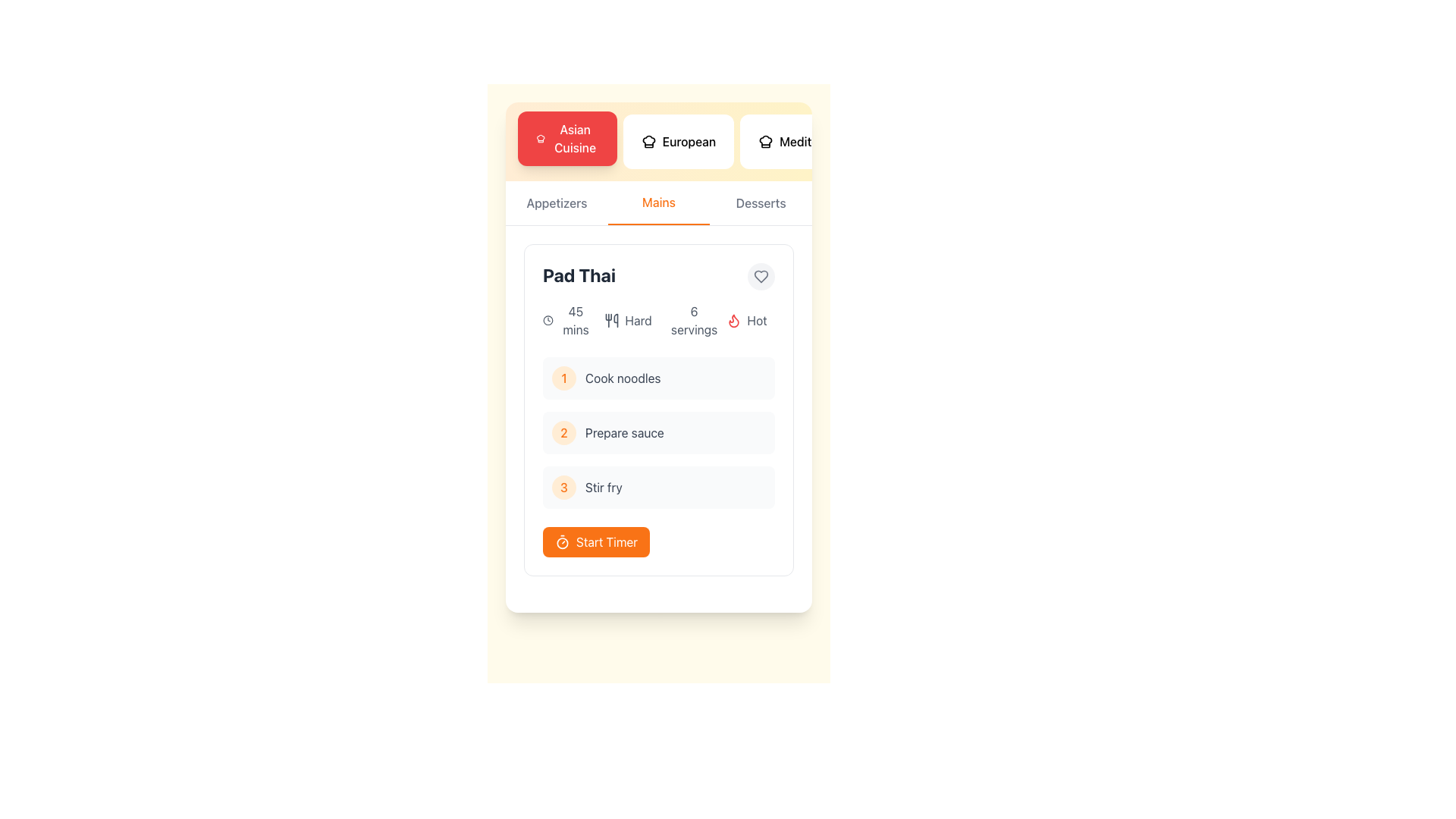 This screenshot has width=1456, height=819. Describe the element at coordinates (562, 541) in the screenshot. I see `the circular timer icon, which is part of the 'Start Timer' button located at the bottom of the 'Pad Thai' recipe card` at that location.